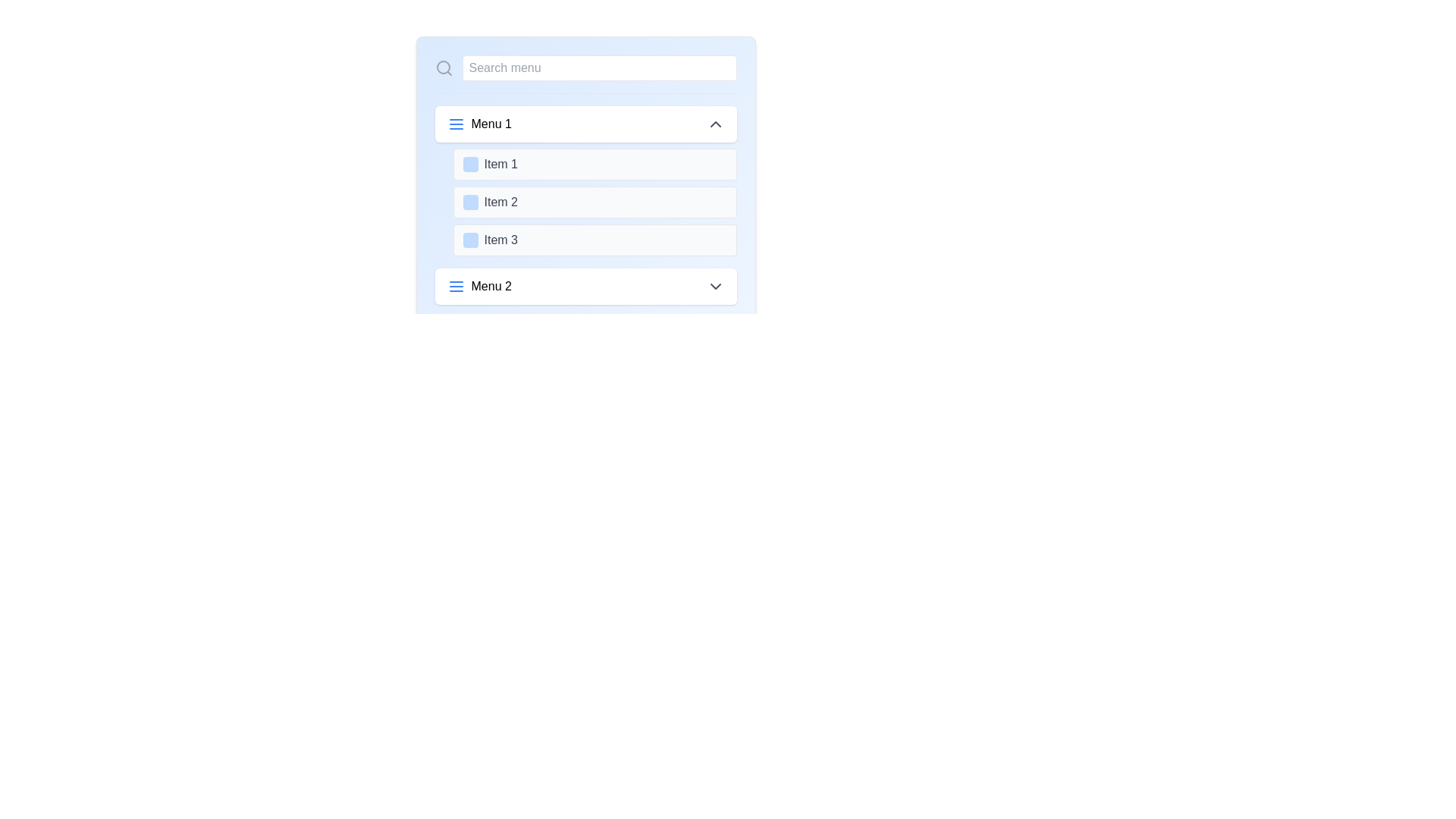 The width and height of the screenshot is (1456, 819). What do you see at coordinates (479, 124) in the screenshot?
I see `the collapsible menu item labeled 'Menu 1'` at bounding box center [479, 124].